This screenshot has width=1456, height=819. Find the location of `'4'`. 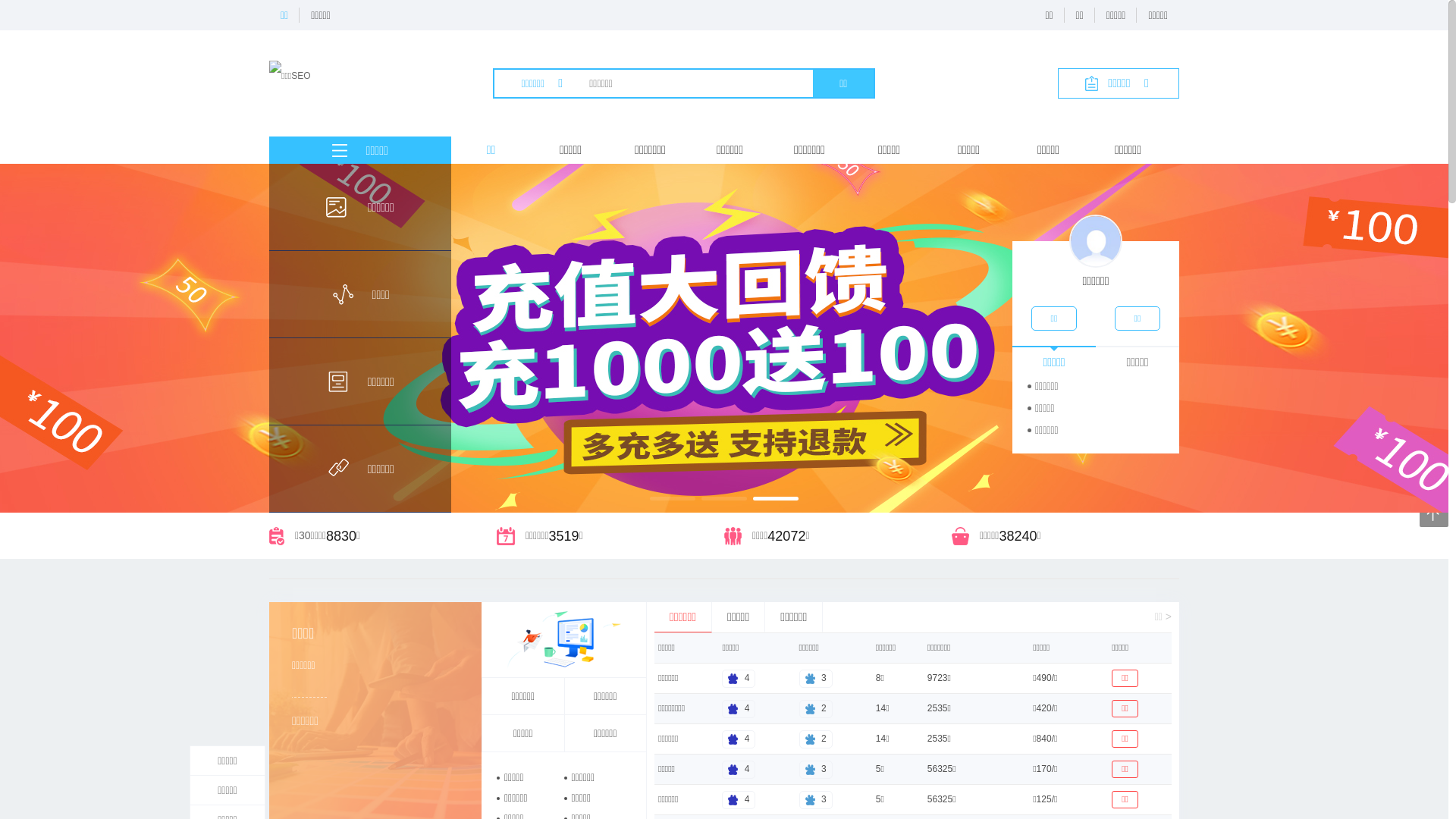

'4' is located at coordinates (720, 769).